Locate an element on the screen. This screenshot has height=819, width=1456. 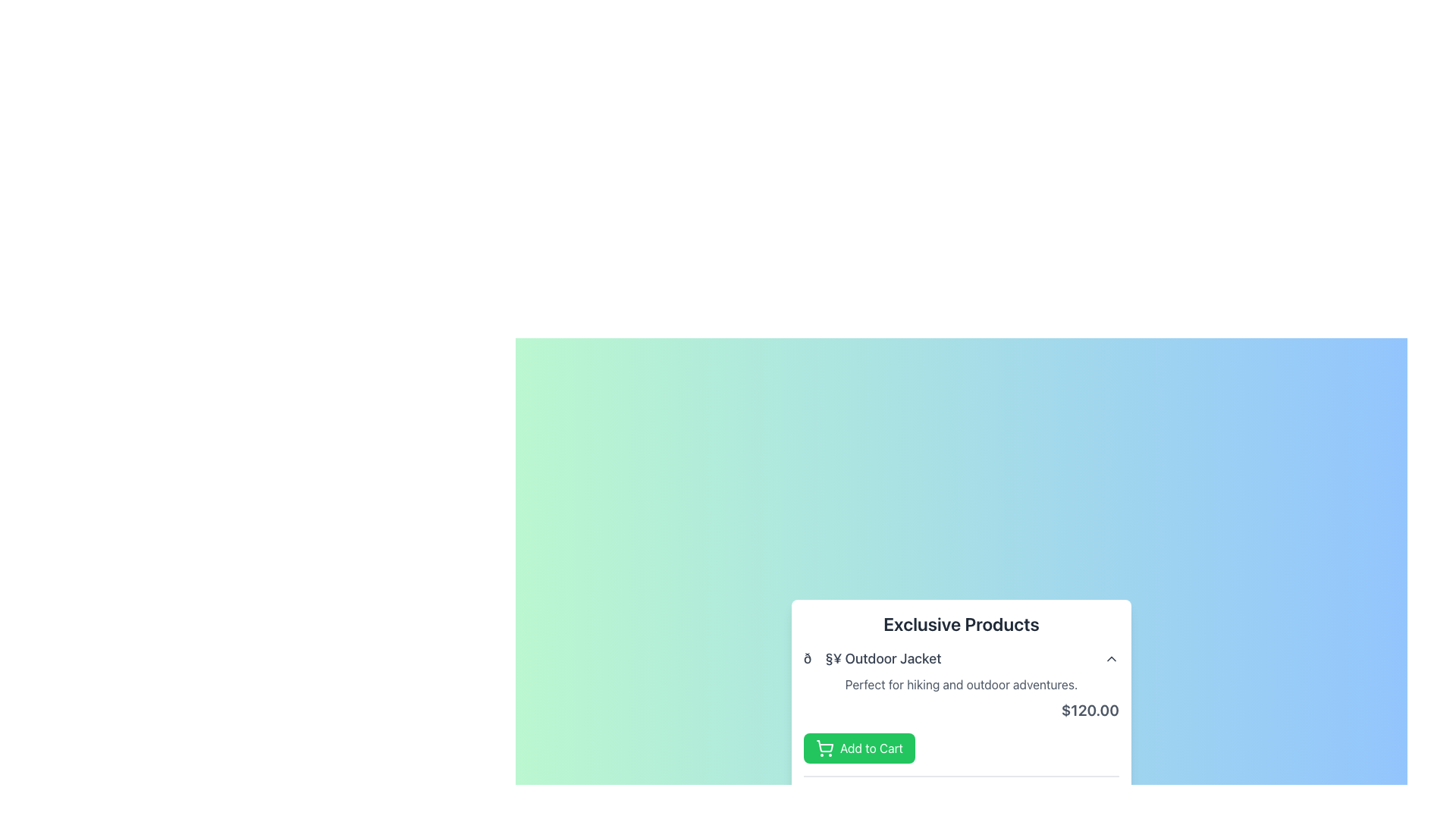
the 'Add to Cart' button with a green background and white text to change its appearance is located at coordinates (859, 748).